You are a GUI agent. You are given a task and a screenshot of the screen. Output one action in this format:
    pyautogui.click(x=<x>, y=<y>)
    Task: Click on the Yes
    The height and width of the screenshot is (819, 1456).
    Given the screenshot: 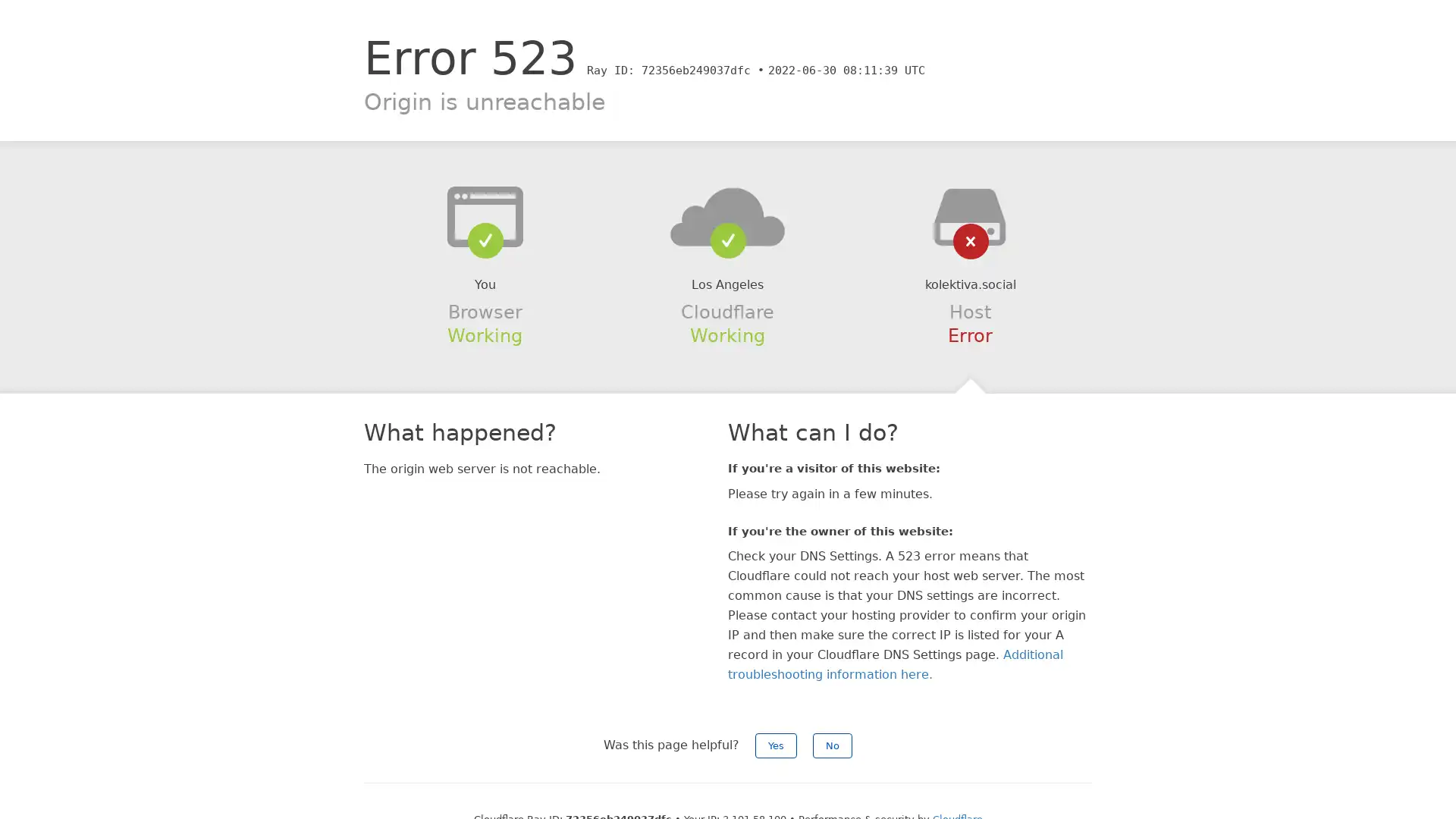 What is the action you would take?
    pyautogui.click(x=776, y=745)
    